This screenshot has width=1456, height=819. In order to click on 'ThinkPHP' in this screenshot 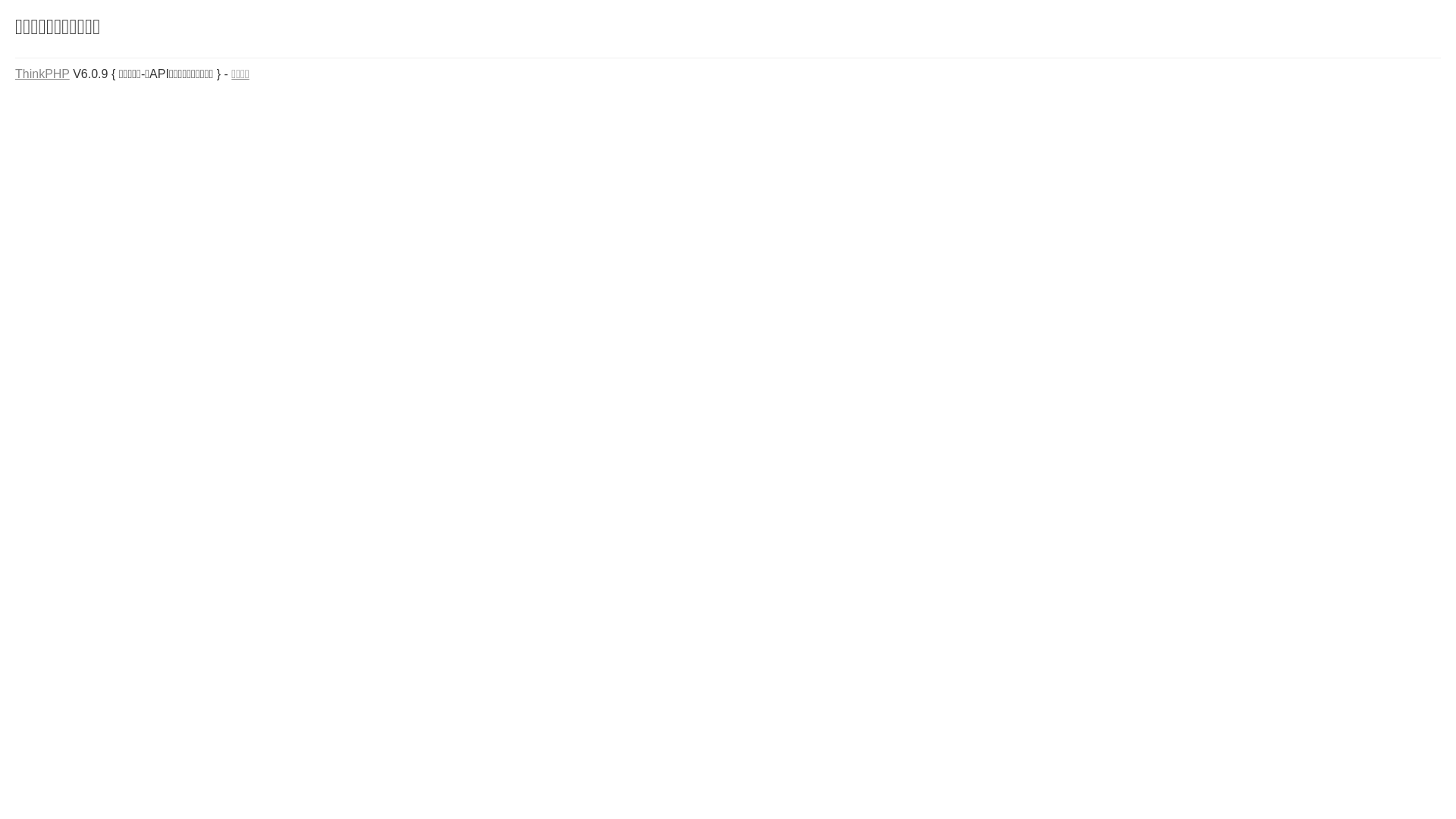, I will do `click(42, 74)`.